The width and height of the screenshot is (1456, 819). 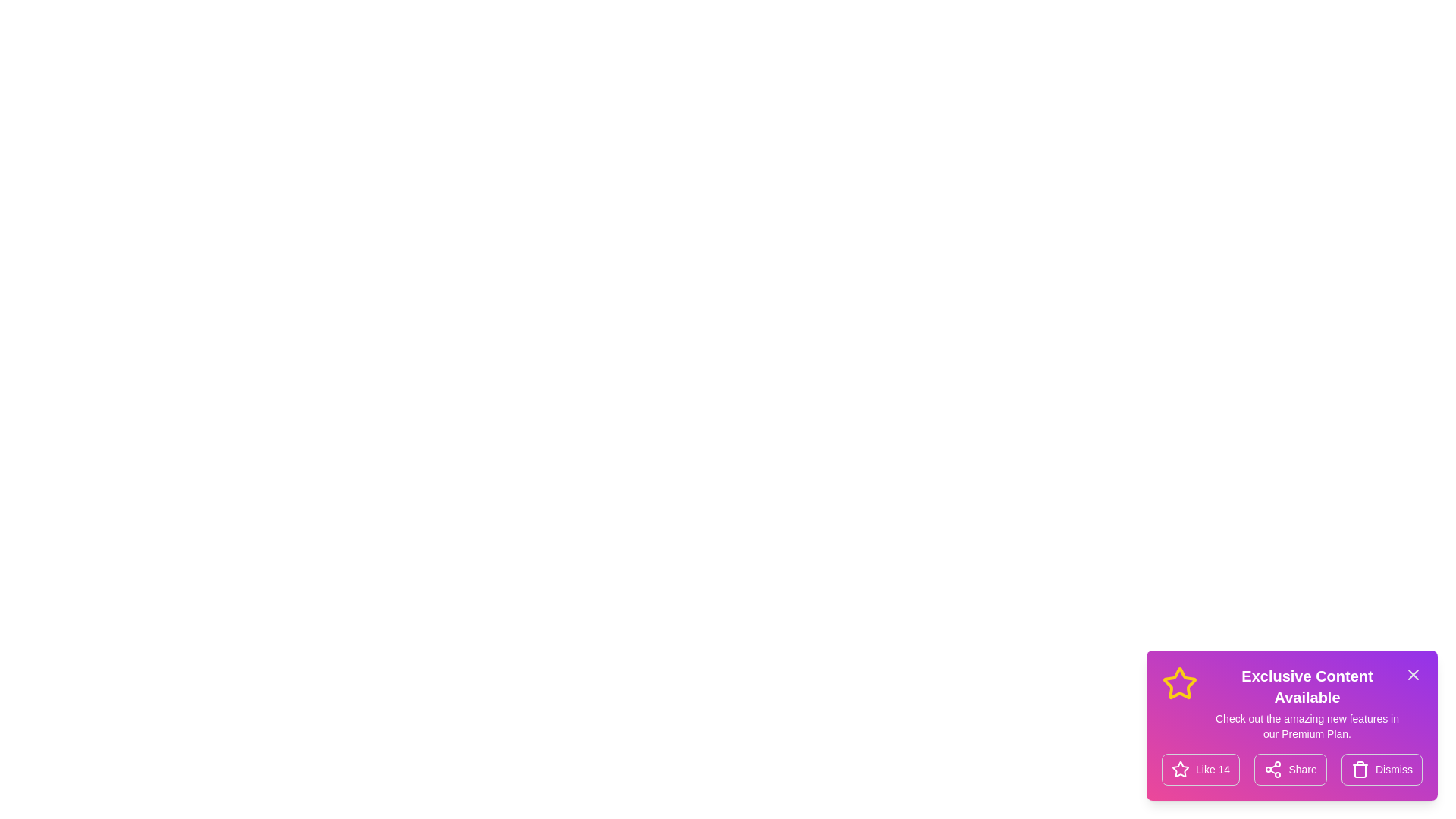 What do you see at coordinates (1200, 769) in the screenshot?
I see `the 'Like' button to increase the like count` at bounding box center [1200, 769].